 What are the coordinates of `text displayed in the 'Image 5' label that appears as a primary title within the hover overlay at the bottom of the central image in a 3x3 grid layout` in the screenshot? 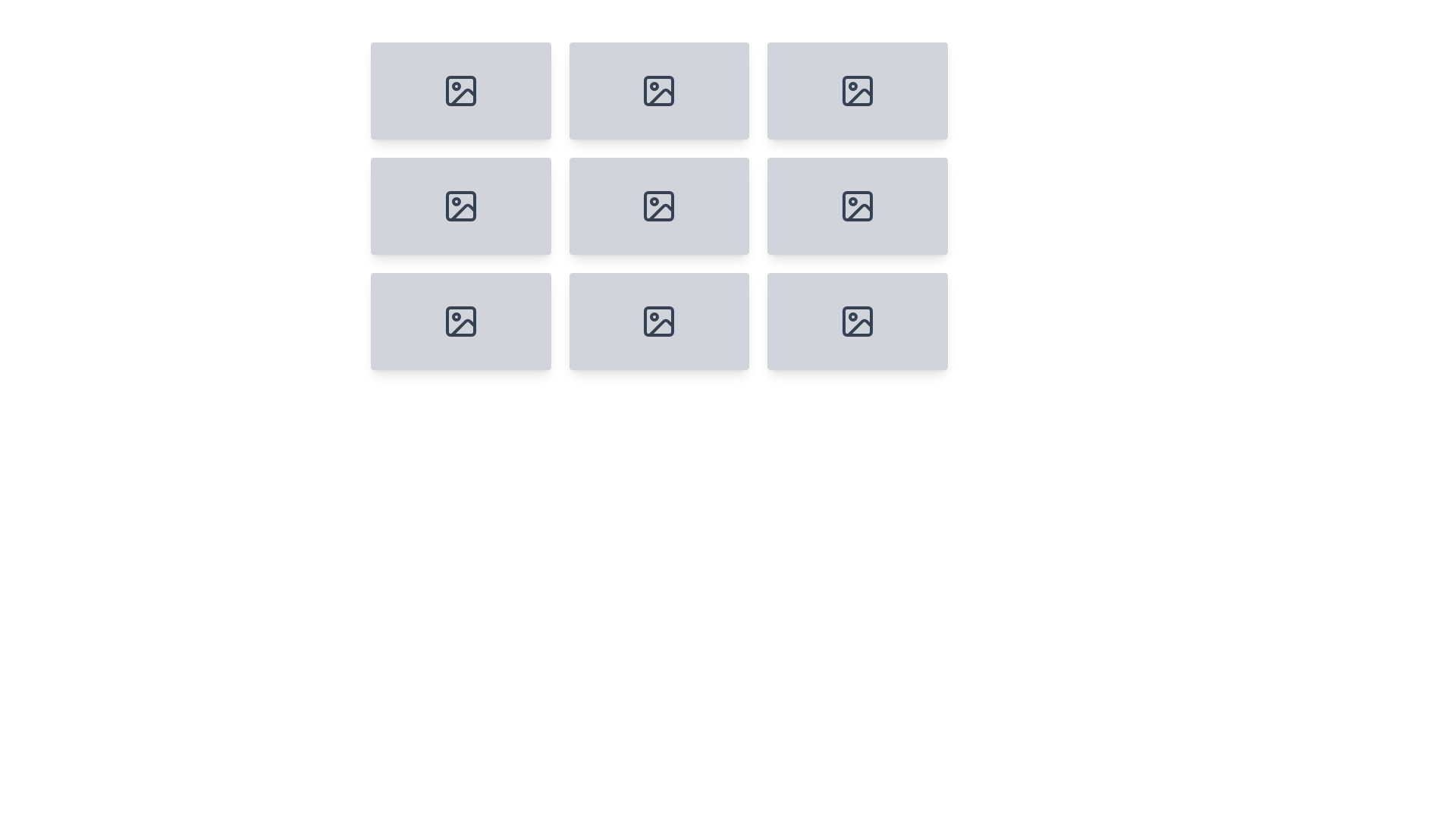 It's located at (659, 207).